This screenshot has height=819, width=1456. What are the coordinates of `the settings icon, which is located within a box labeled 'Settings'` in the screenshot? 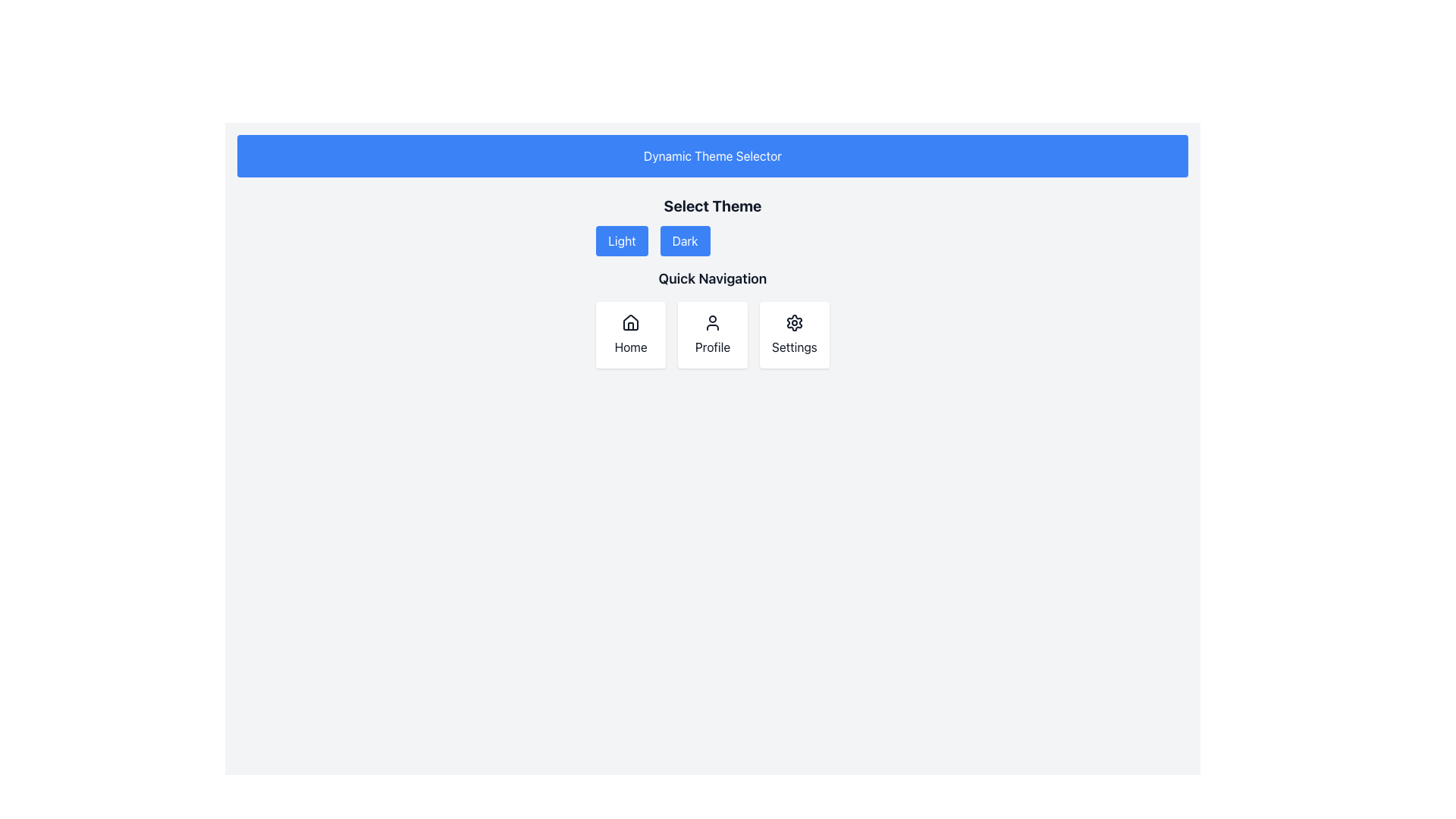 It's located at (793, 322).